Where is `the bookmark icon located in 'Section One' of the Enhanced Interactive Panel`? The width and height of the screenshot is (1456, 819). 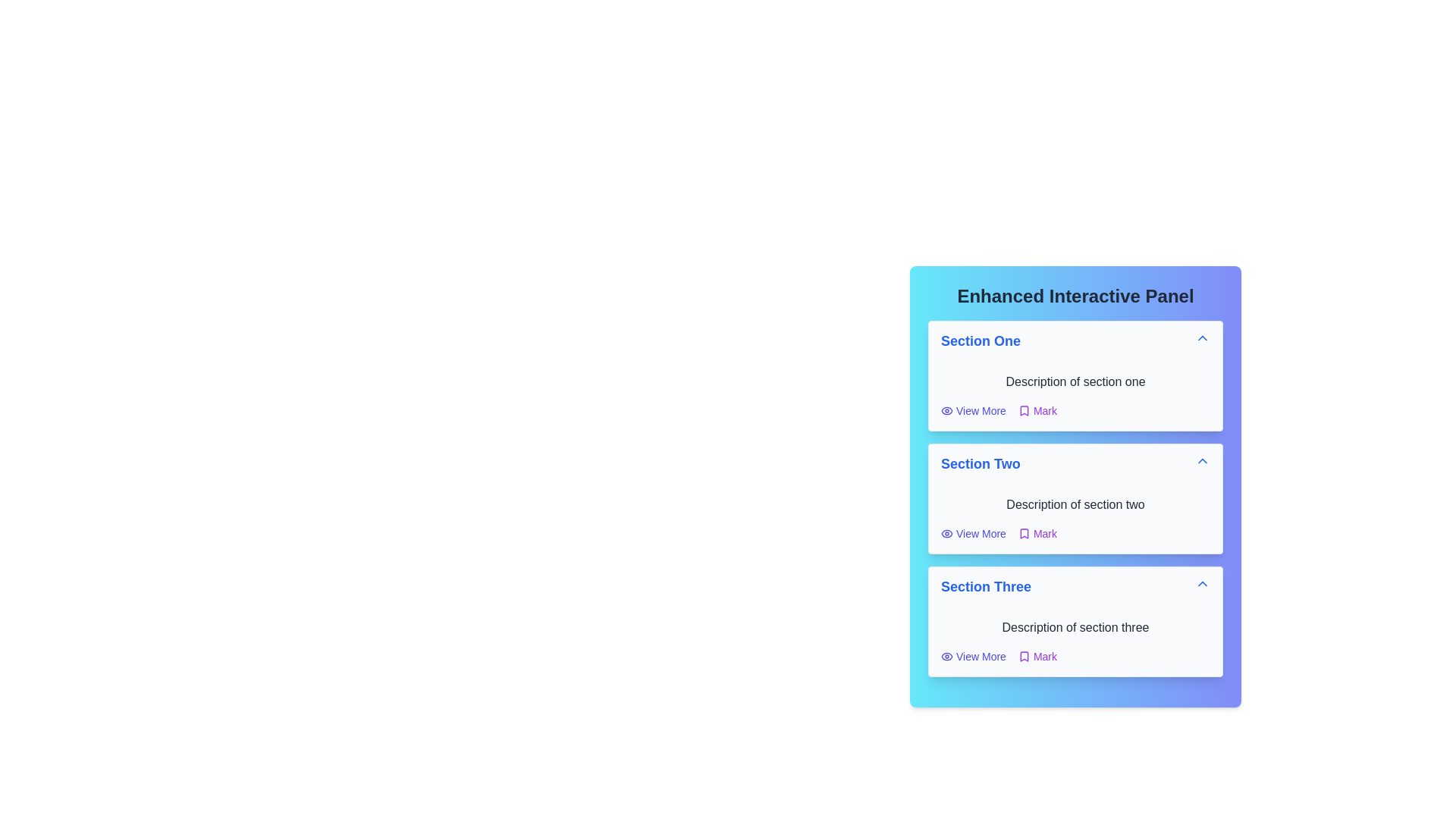
the bookmark icon located in 'Section One' of the Enhanced Interactive Panel is located at coordinates (1024, 411).